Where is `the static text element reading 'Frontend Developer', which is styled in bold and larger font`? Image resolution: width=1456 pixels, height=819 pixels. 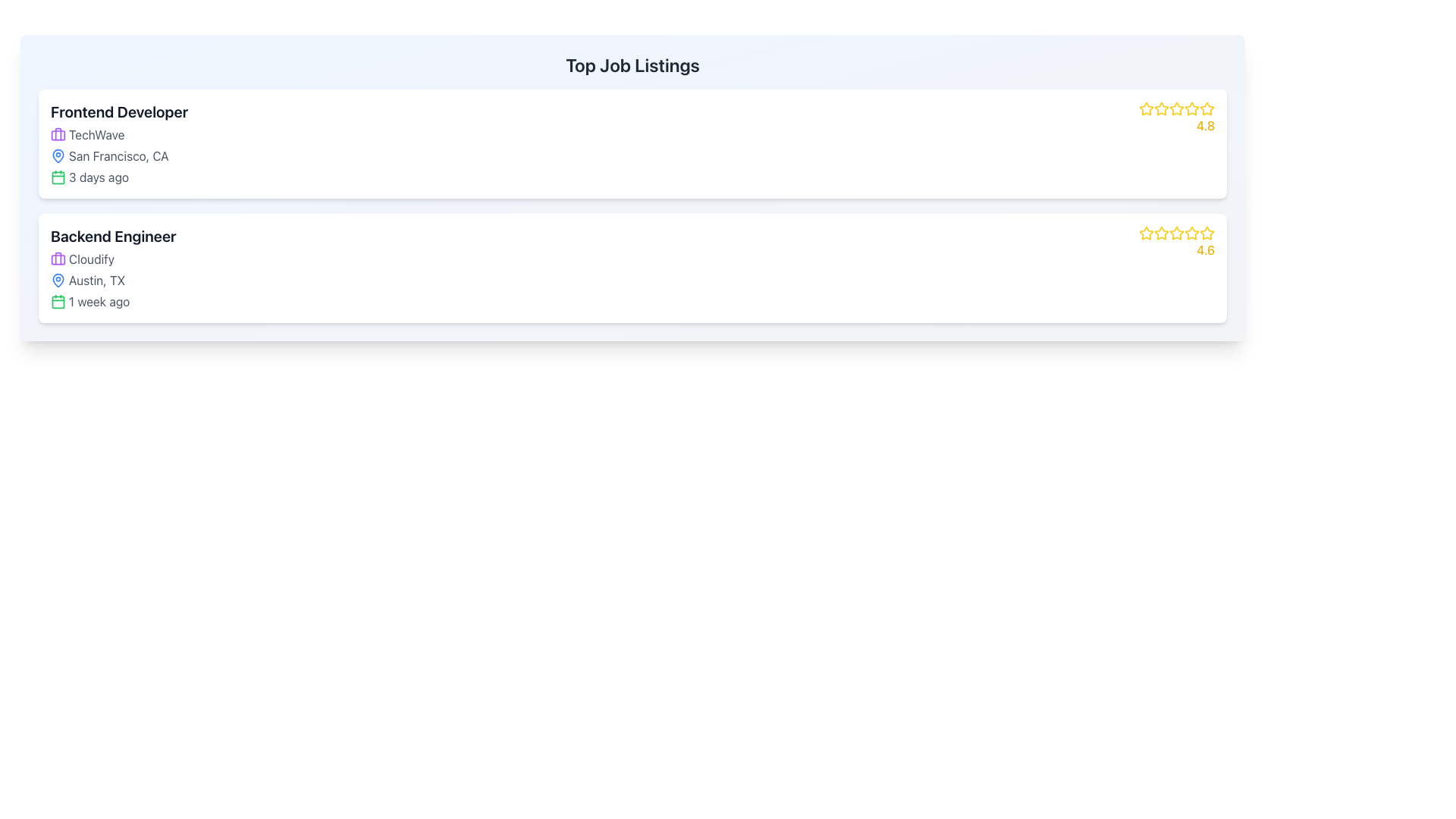
the static text element reading 'Frontend Developer', which is styled in bold and larger font is located at coordinates (118, 111).